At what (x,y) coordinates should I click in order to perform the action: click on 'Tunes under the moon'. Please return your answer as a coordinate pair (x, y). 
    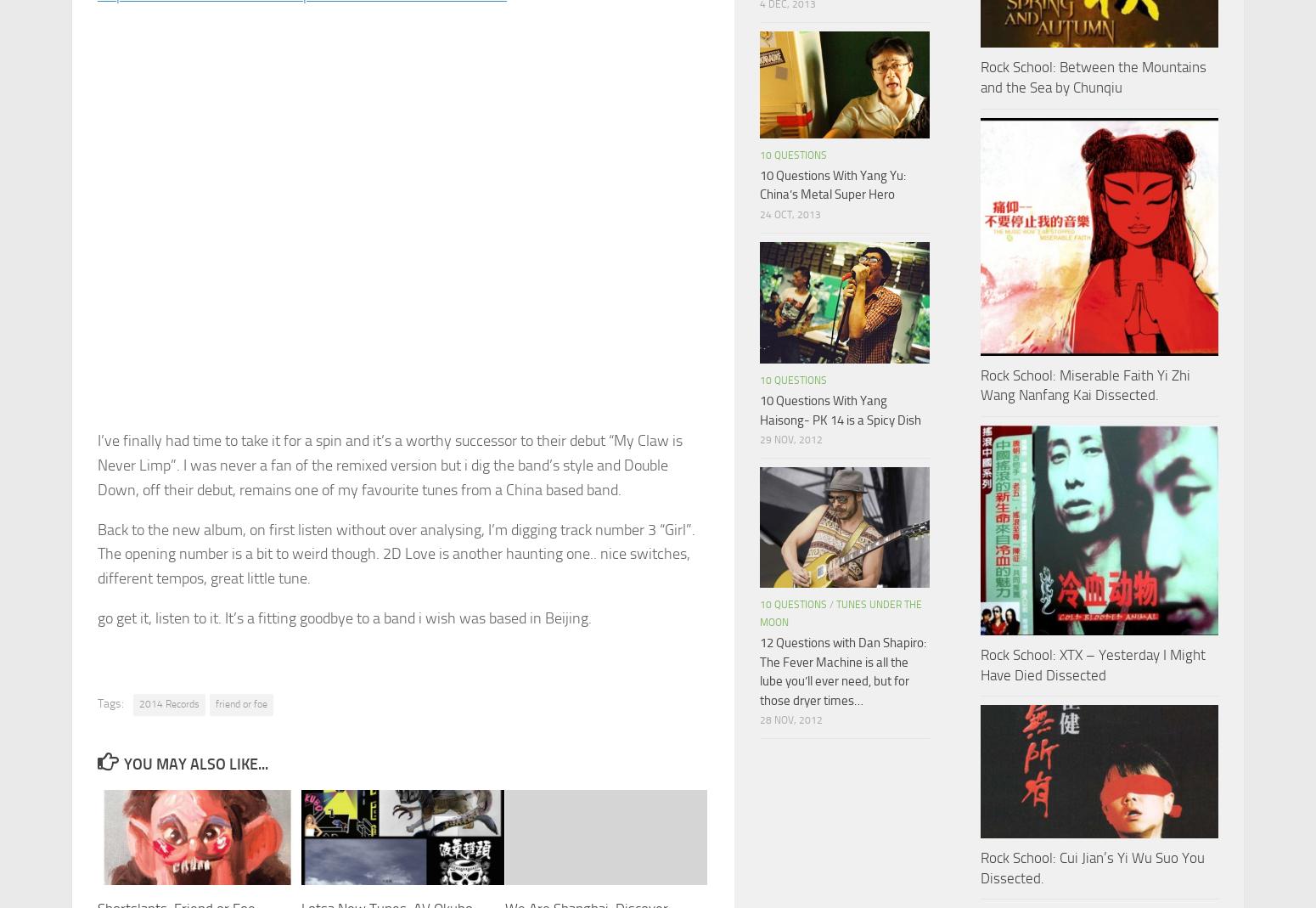
    Looking at the image, I should click on (840, 612).